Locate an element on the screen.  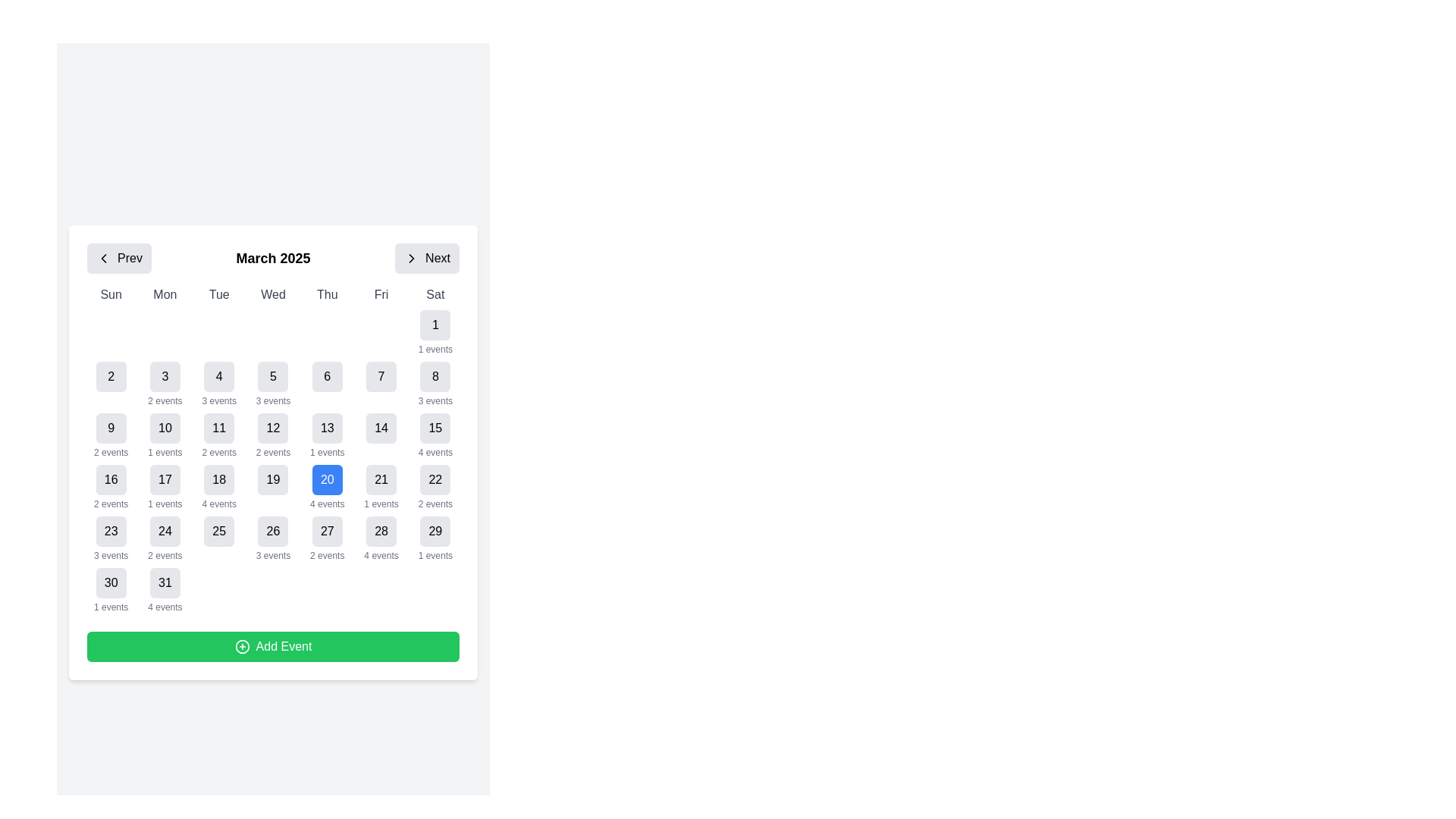
the calendar day cell for the 24th, which has a light gray background and the text '24' centered in a square box is located at coordinates (165, 538).